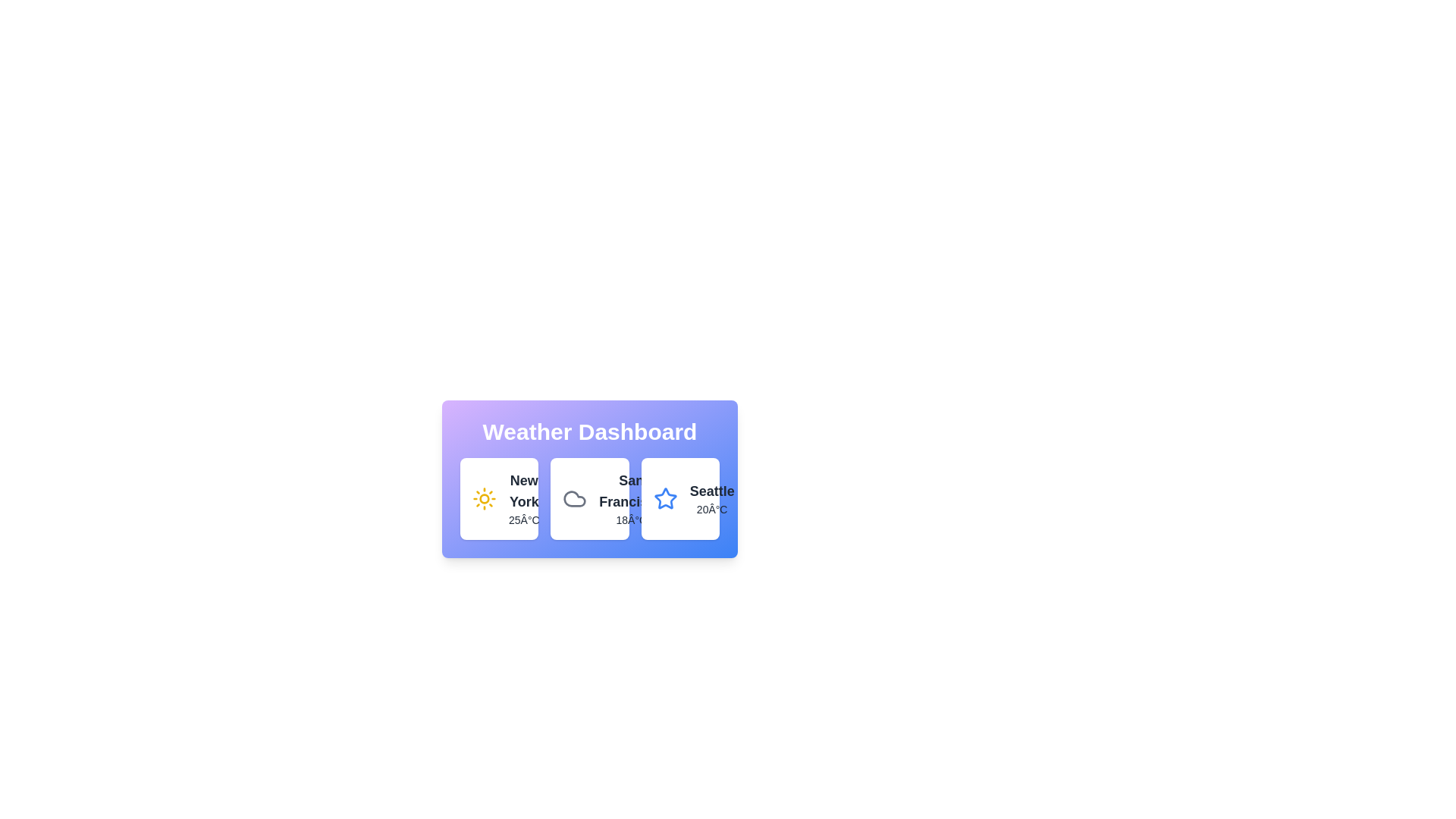  Describe the element at coordinates (631, 499) in the screenshot. I see `the weather card displaying the city name 'San Francisco' and temperature '18°C', which is the third card in the row of weather cards on the dashboard` at that location.